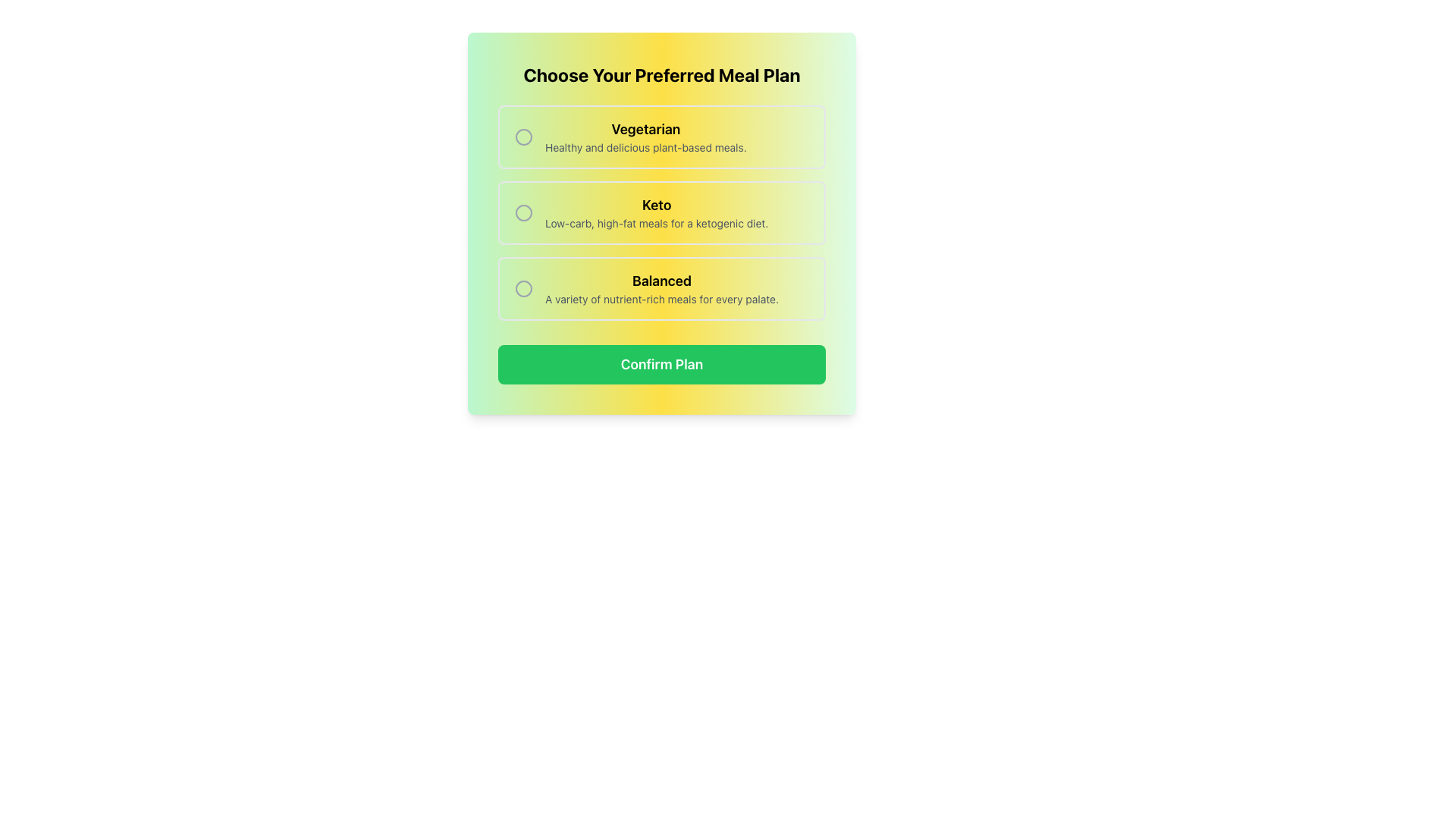  Describe the element at coordinates (662, 213) in the screenshot. I see `the second selectable list item for meal options located beneath the title 'Choose Your Preferred Meal Plan' and above the 'Confirm Plan' button` at that location.